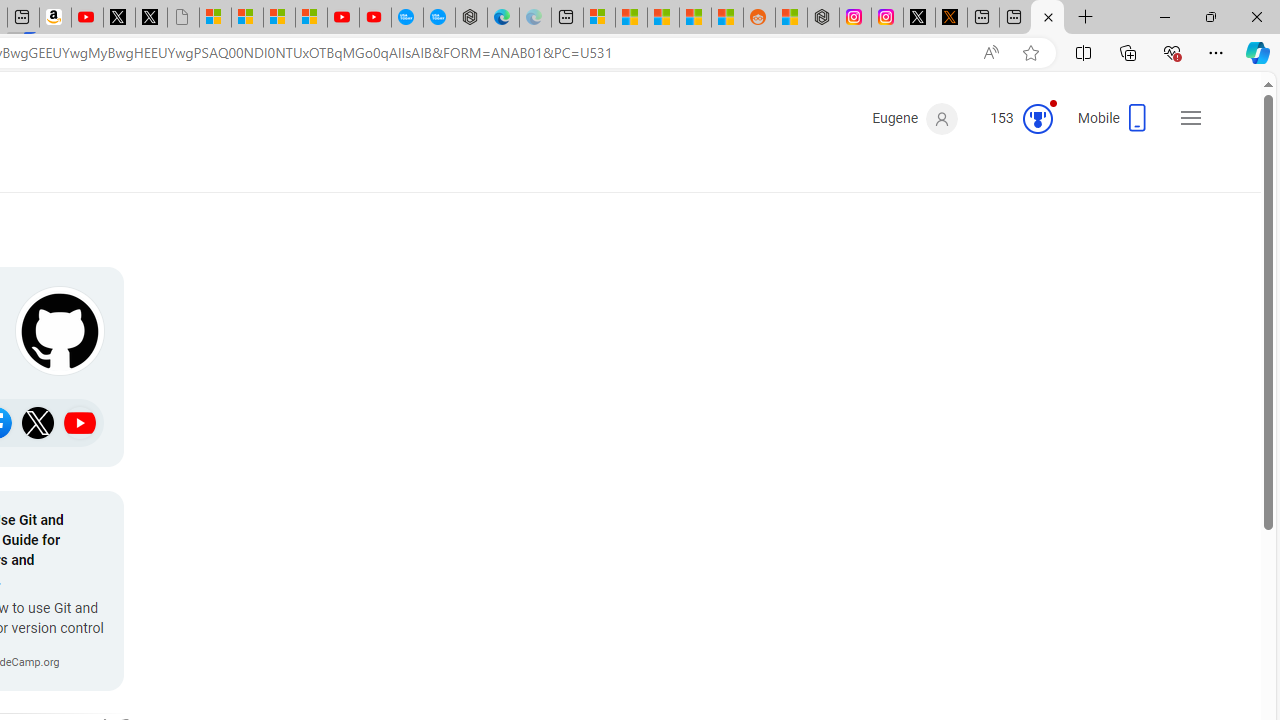  What do you see at coordinates (80, 422) in the screenshot?
I see `'Class: b_sitlk'` at bounding box center [80, 422].